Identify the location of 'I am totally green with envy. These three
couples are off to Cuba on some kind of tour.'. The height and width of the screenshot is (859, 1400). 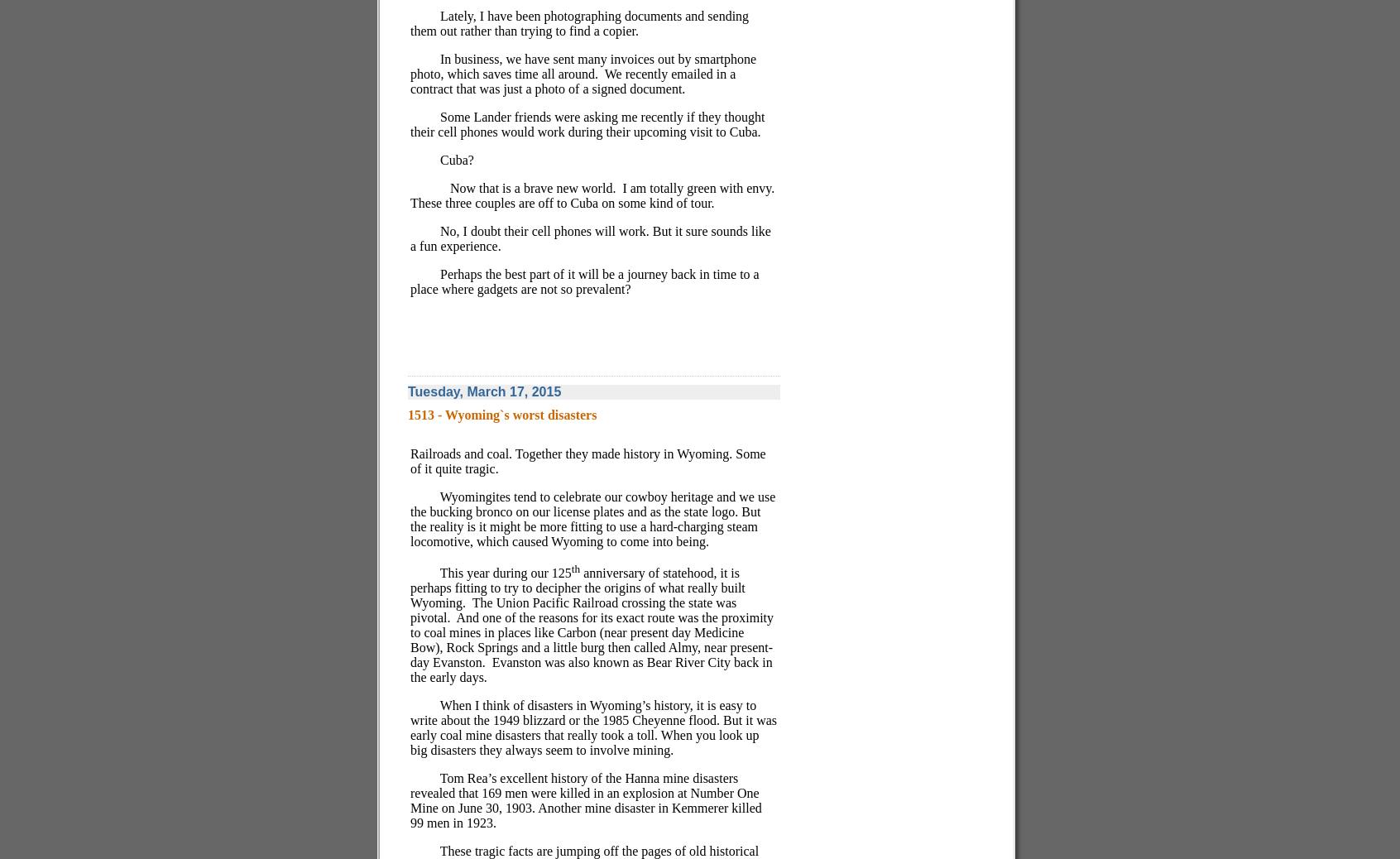
(592, 194).